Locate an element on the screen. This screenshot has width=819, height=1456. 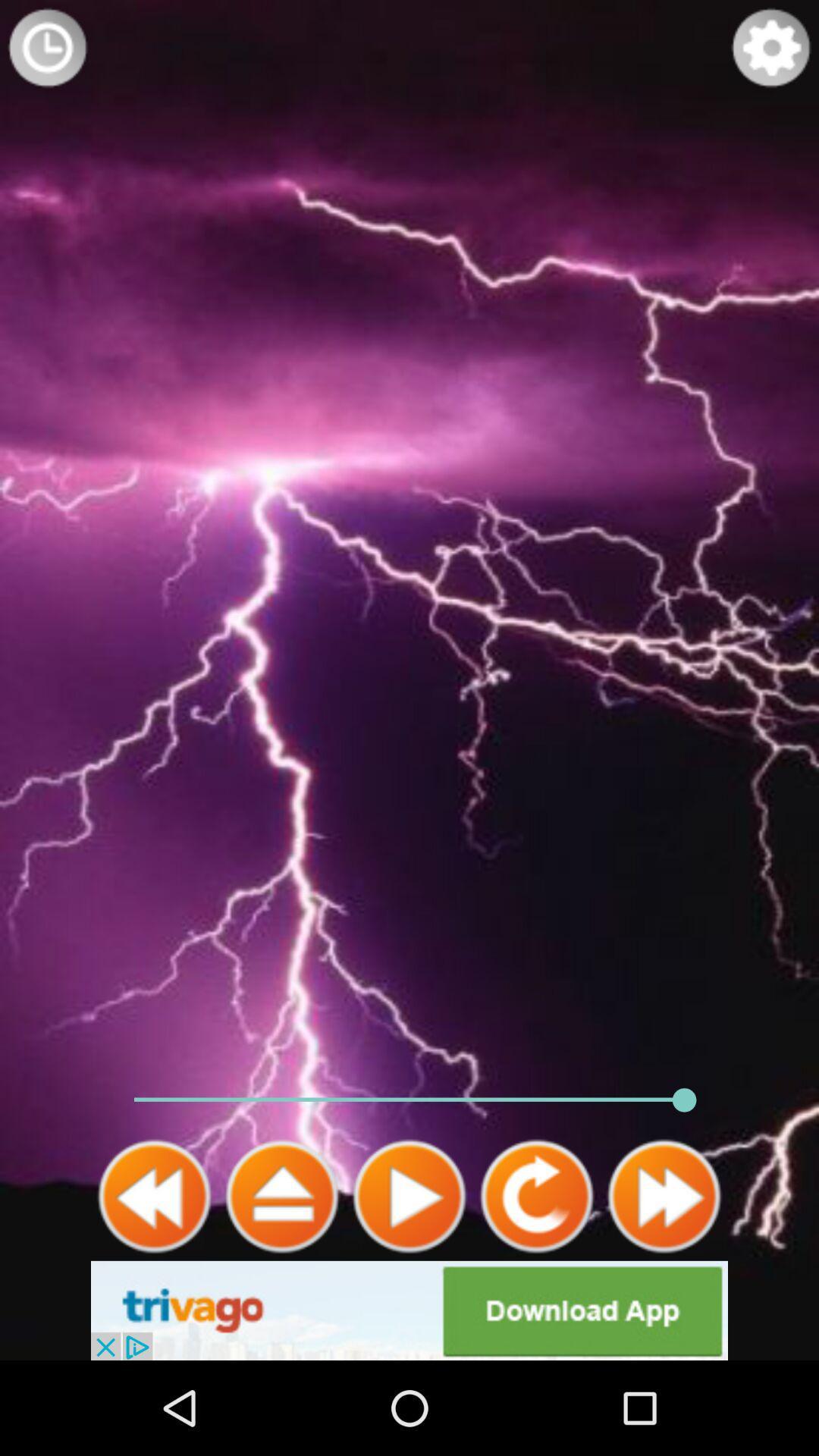
refresh option is located at coordinates (536, 1196).